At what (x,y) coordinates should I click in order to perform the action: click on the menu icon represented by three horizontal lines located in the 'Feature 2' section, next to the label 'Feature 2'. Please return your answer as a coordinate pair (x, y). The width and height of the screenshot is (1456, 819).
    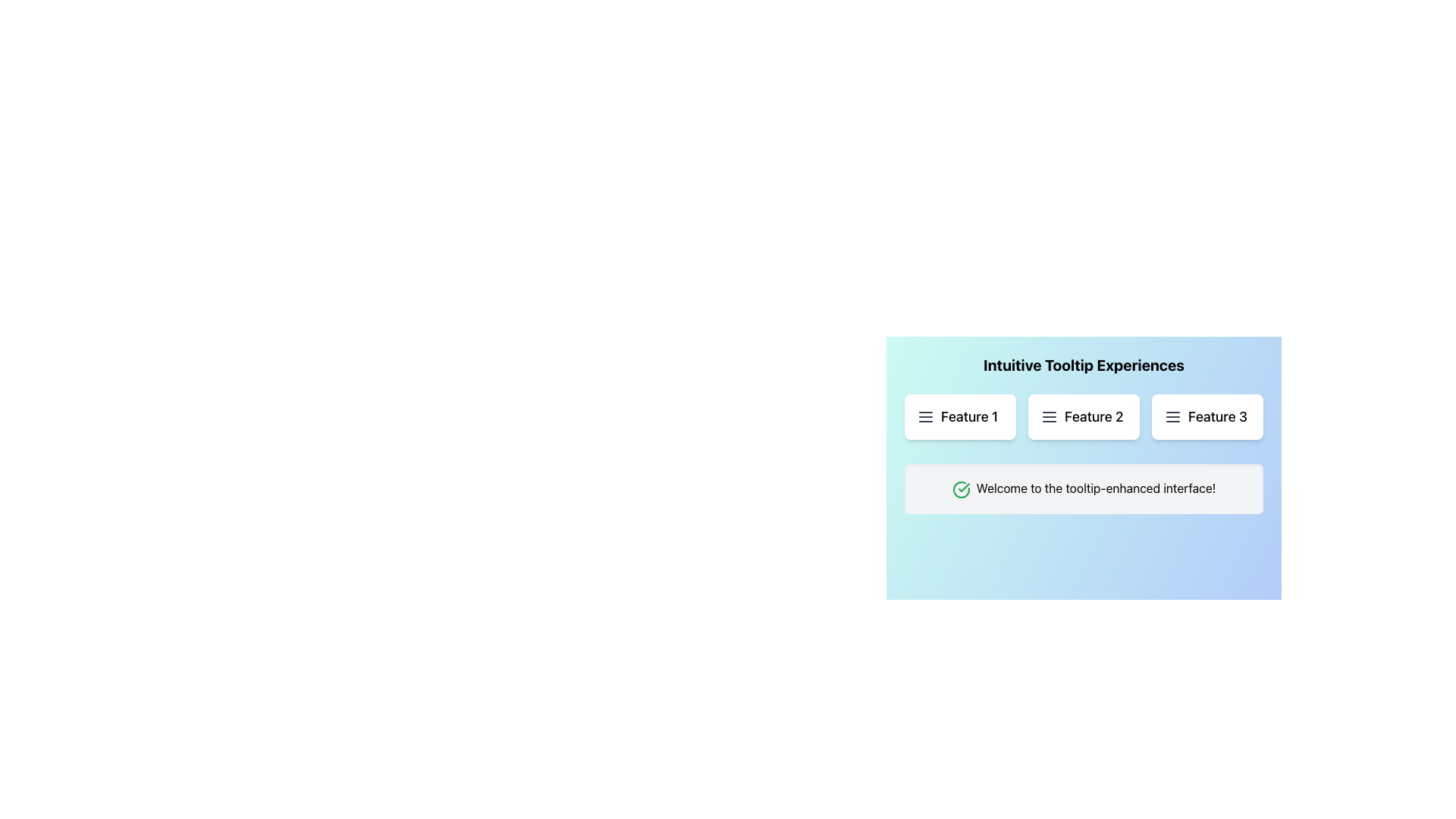
    Looking at the image, I should click on (1048, 417).